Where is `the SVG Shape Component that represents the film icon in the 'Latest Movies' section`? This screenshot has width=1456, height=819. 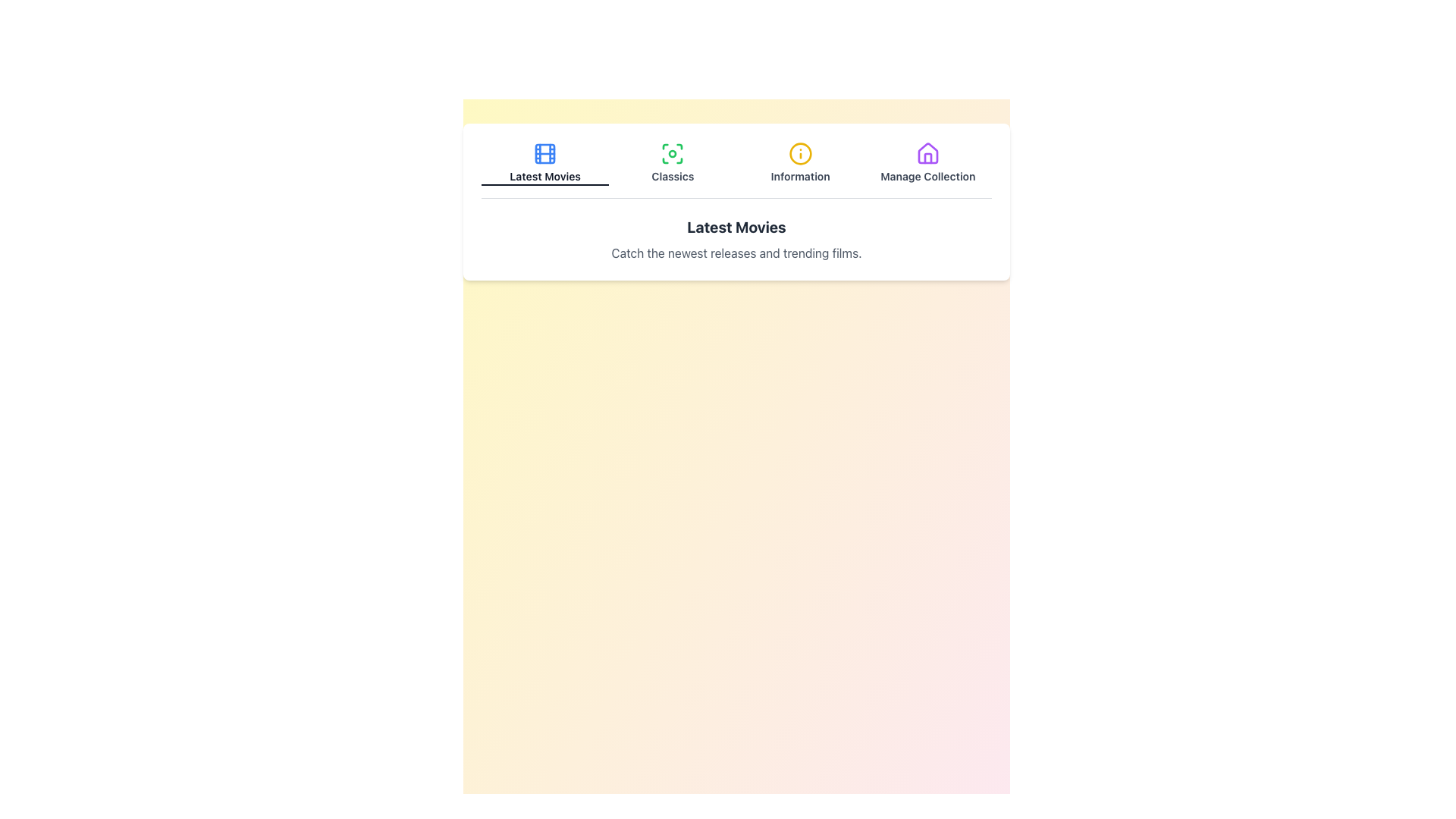
the SVG Shape Component that represents the film icon in the 'Latest Movies' section is located at coordinates (545, 154).